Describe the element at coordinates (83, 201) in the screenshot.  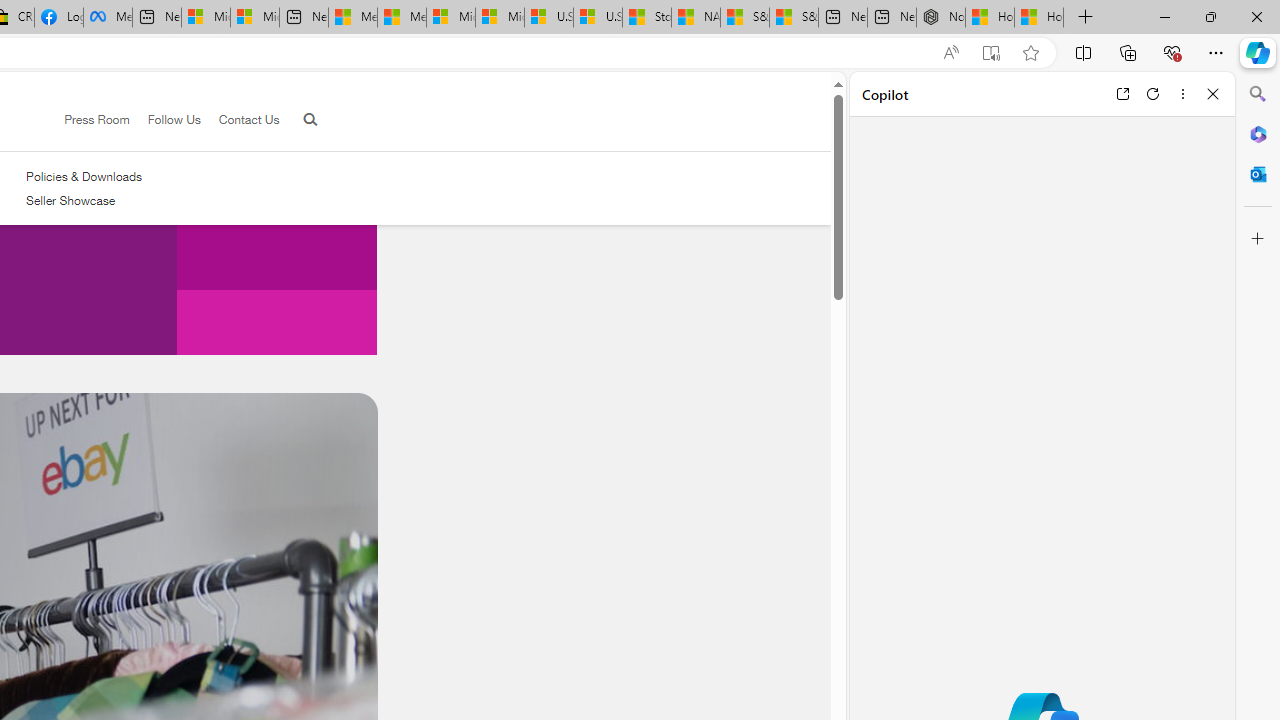
I see `'Seller Showcase'` at that location.